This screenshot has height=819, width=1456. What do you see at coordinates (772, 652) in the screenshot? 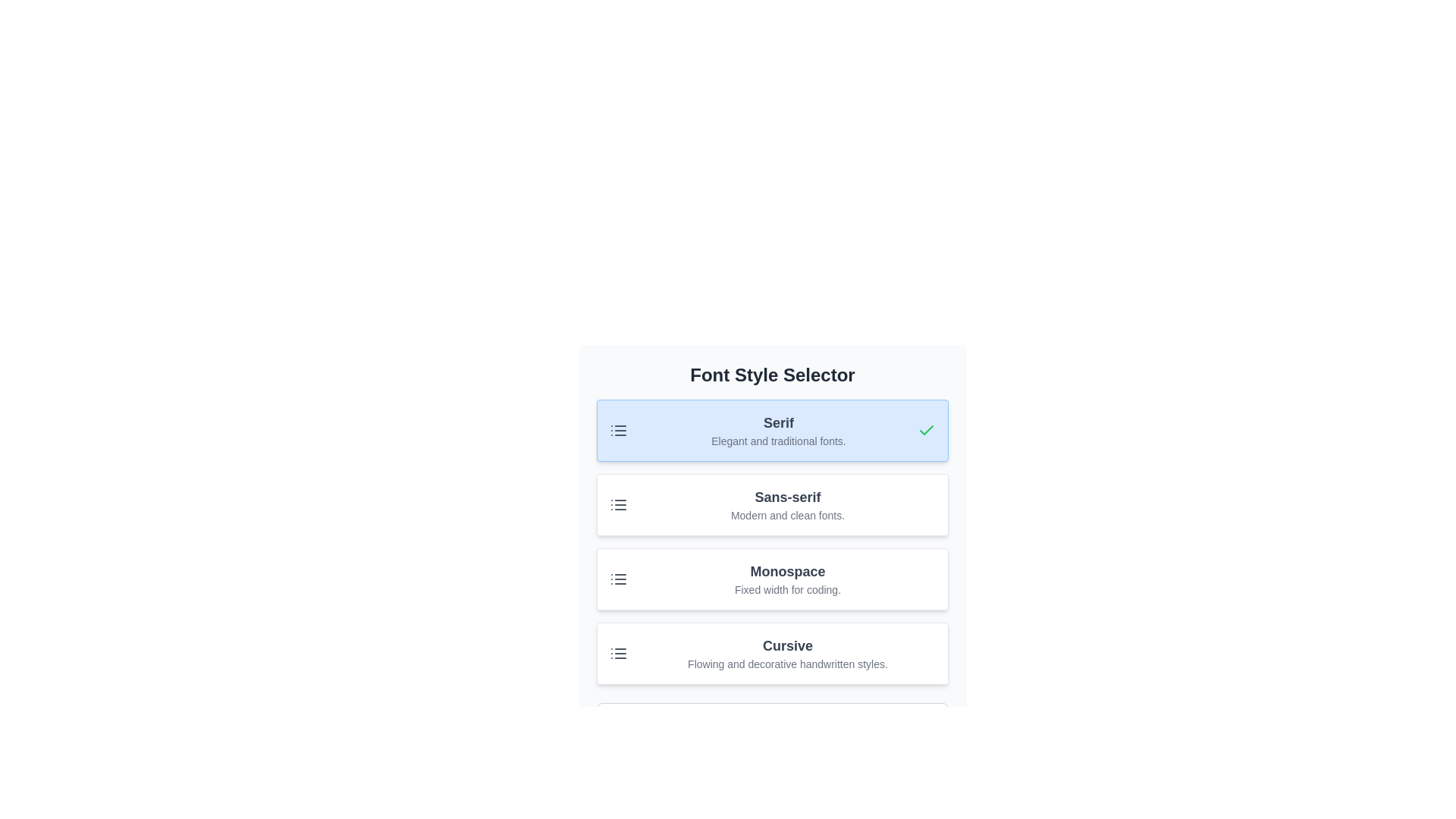
I see `the Selector option button` at bounding box center [772, 652].